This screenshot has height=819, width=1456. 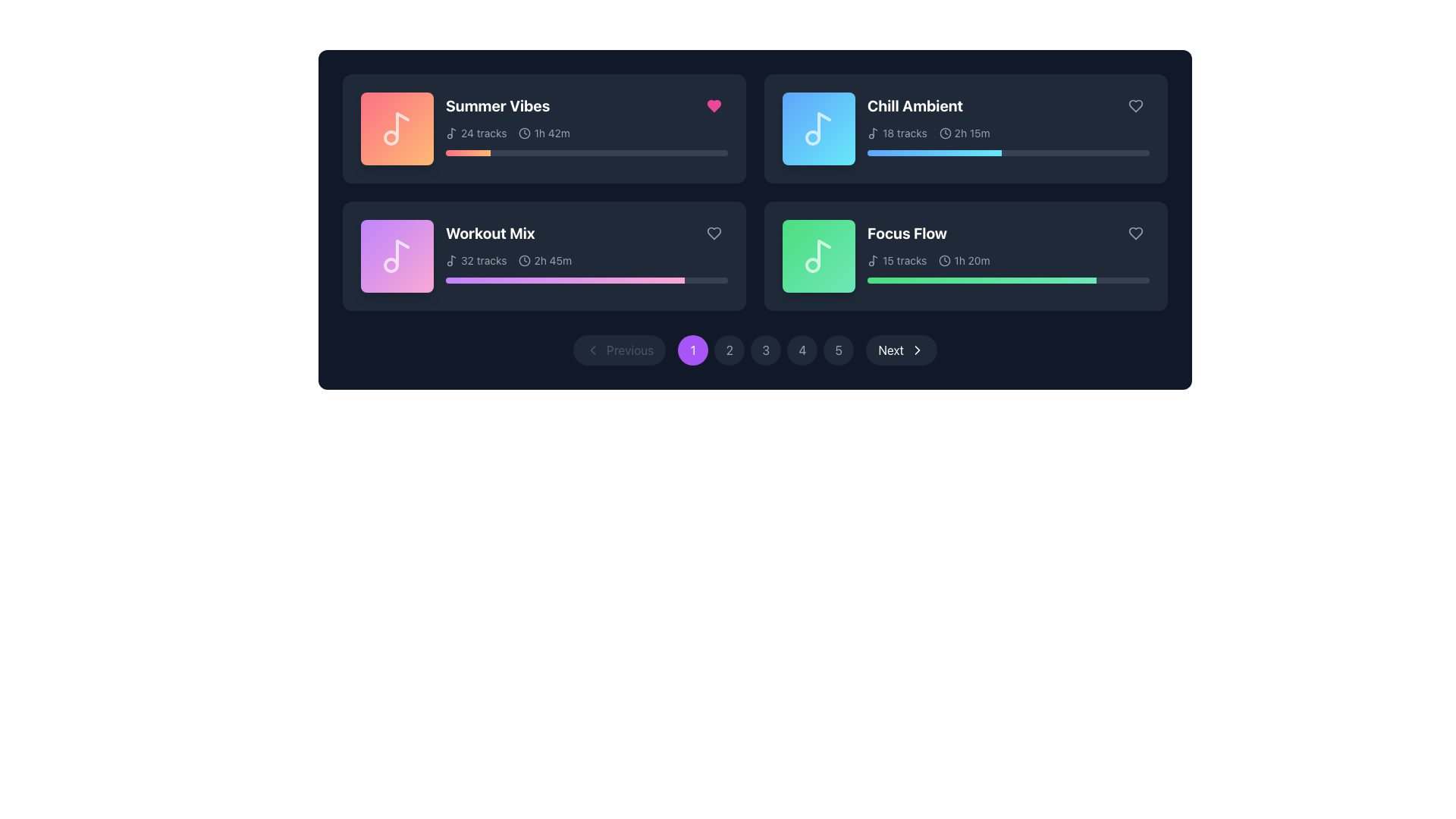 I want to click on the musical note icon located on the top-left card in the grid layout, which is styled with a minimal design and positioned to the left of the text '24 tracks', so click(x=450, y=133).